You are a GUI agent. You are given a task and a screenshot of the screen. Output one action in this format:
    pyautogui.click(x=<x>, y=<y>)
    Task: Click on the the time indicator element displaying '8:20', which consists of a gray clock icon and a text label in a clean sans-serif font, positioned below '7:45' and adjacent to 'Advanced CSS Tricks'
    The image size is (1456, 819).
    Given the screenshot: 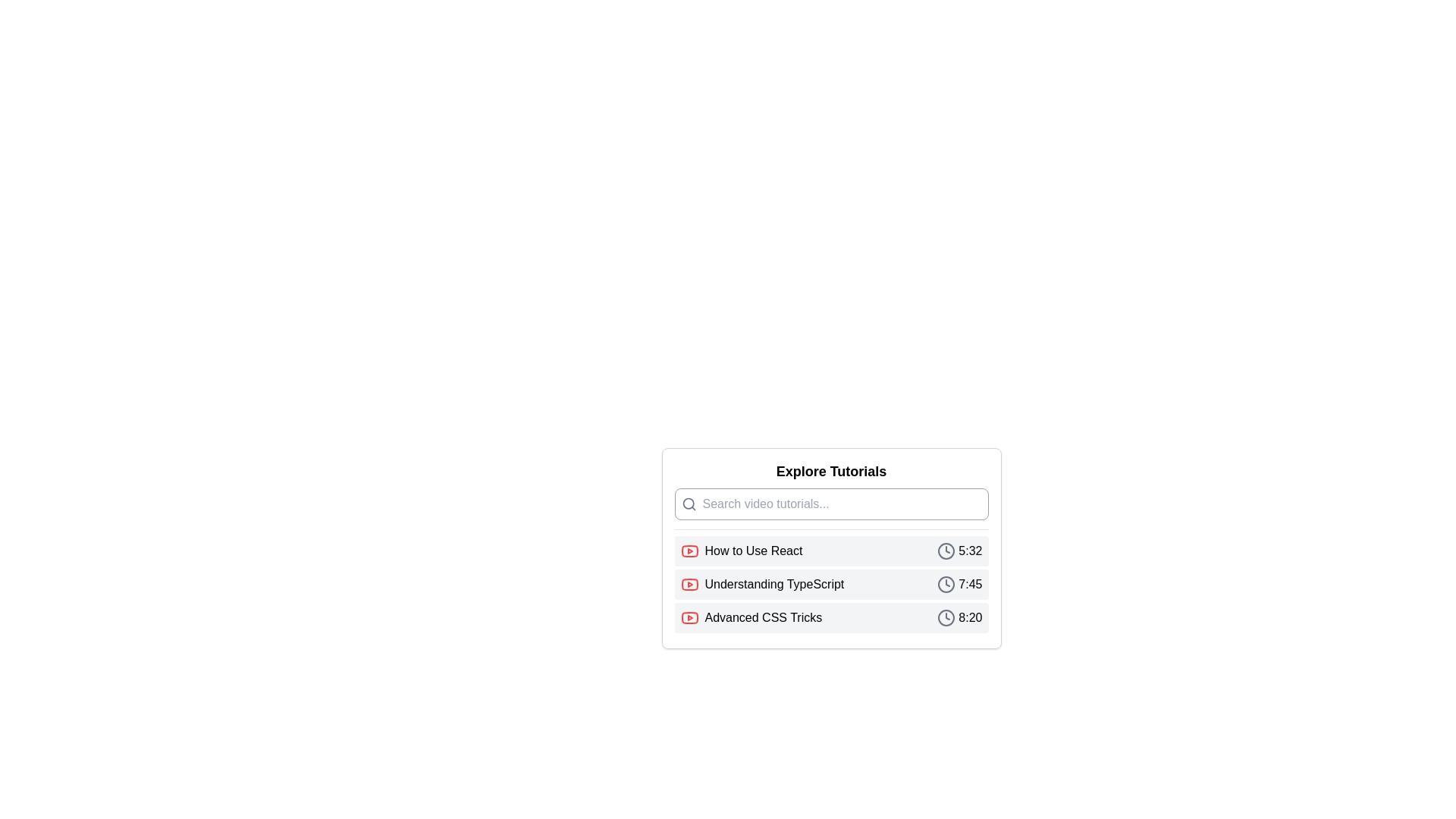 What is the action you would take?
    pyautogui.click(x=959, y=617)
    